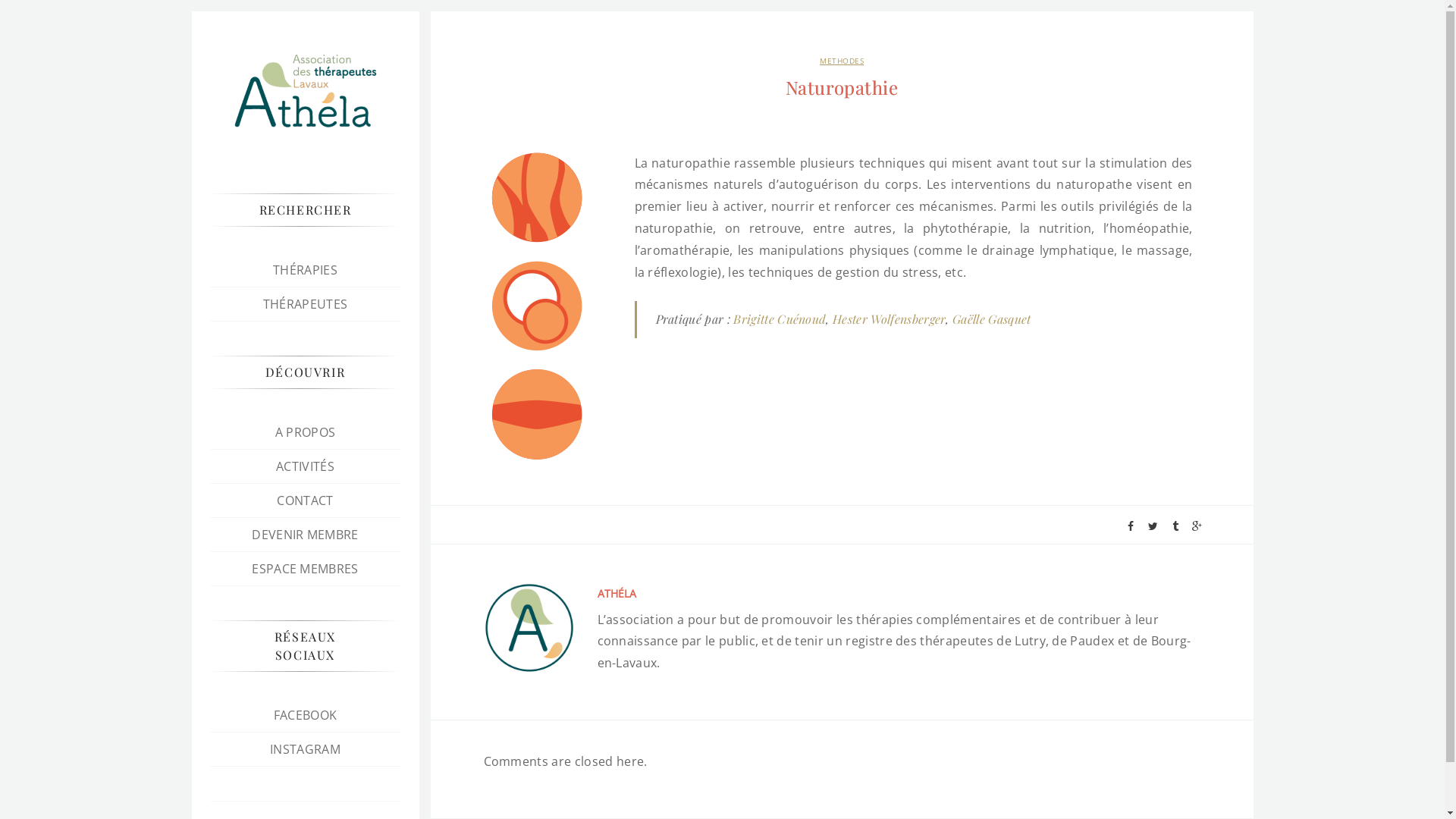  Describe the element at coordinates (305, 432) in the screenshot. I see `'A PROPOS'` at that location.